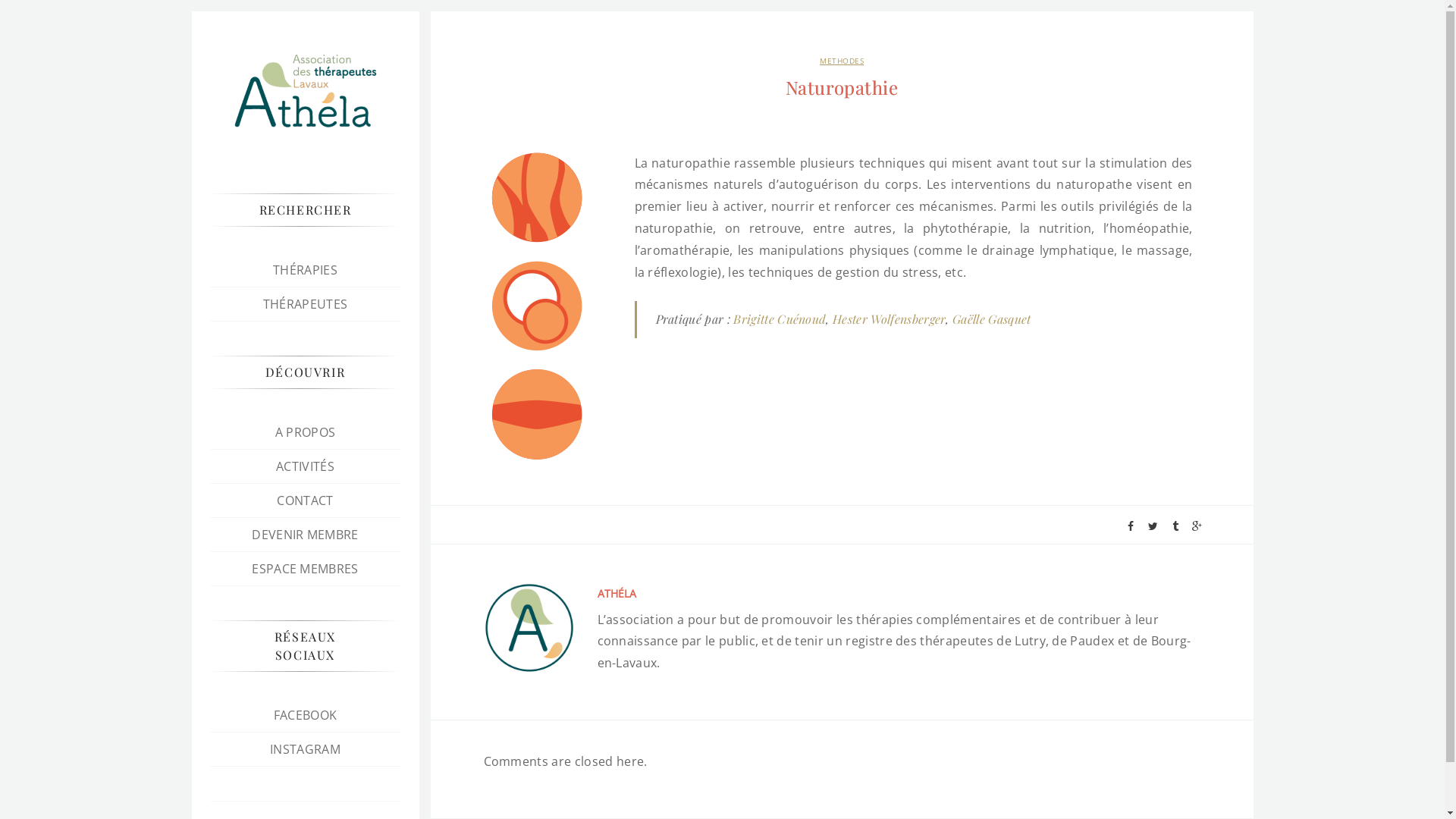  Describe the element at coordinates (305, 432) in the screenshot. I see `'A PROPOS'` at that location.